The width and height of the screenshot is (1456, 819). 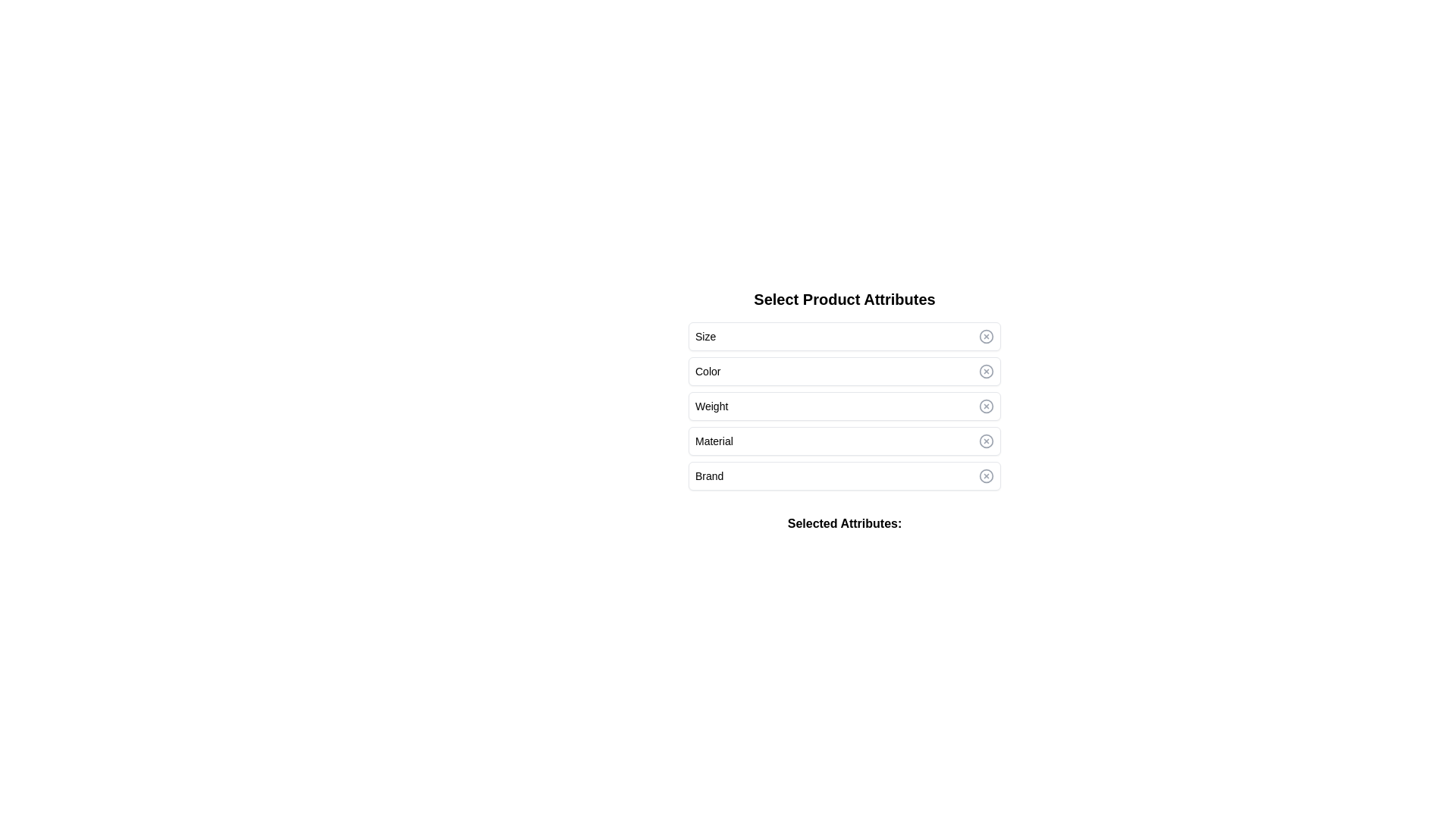 What do you see at coordinates (843, 441) in the screenshot?
I see `the attribute Material by clicking its row` at bounding box center [843, 441].